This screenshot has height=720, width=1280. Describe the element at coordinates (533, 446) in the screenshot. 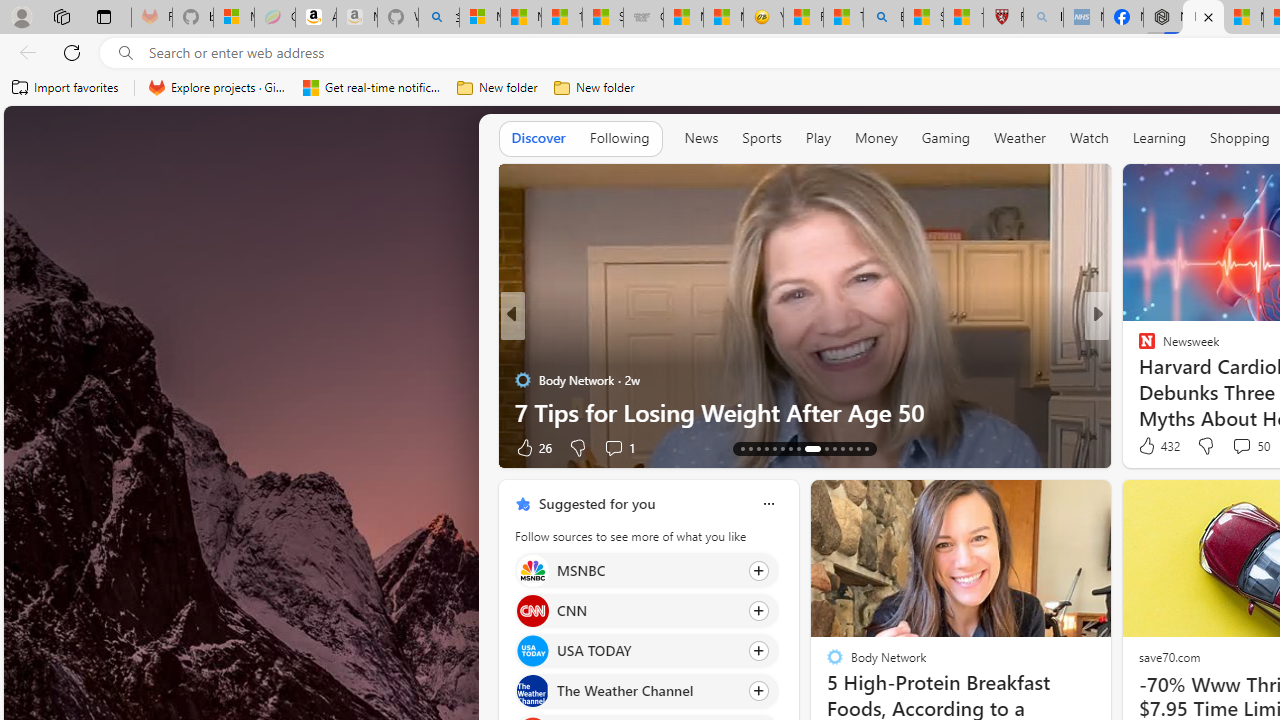

I see `'26 Like'` at that location.